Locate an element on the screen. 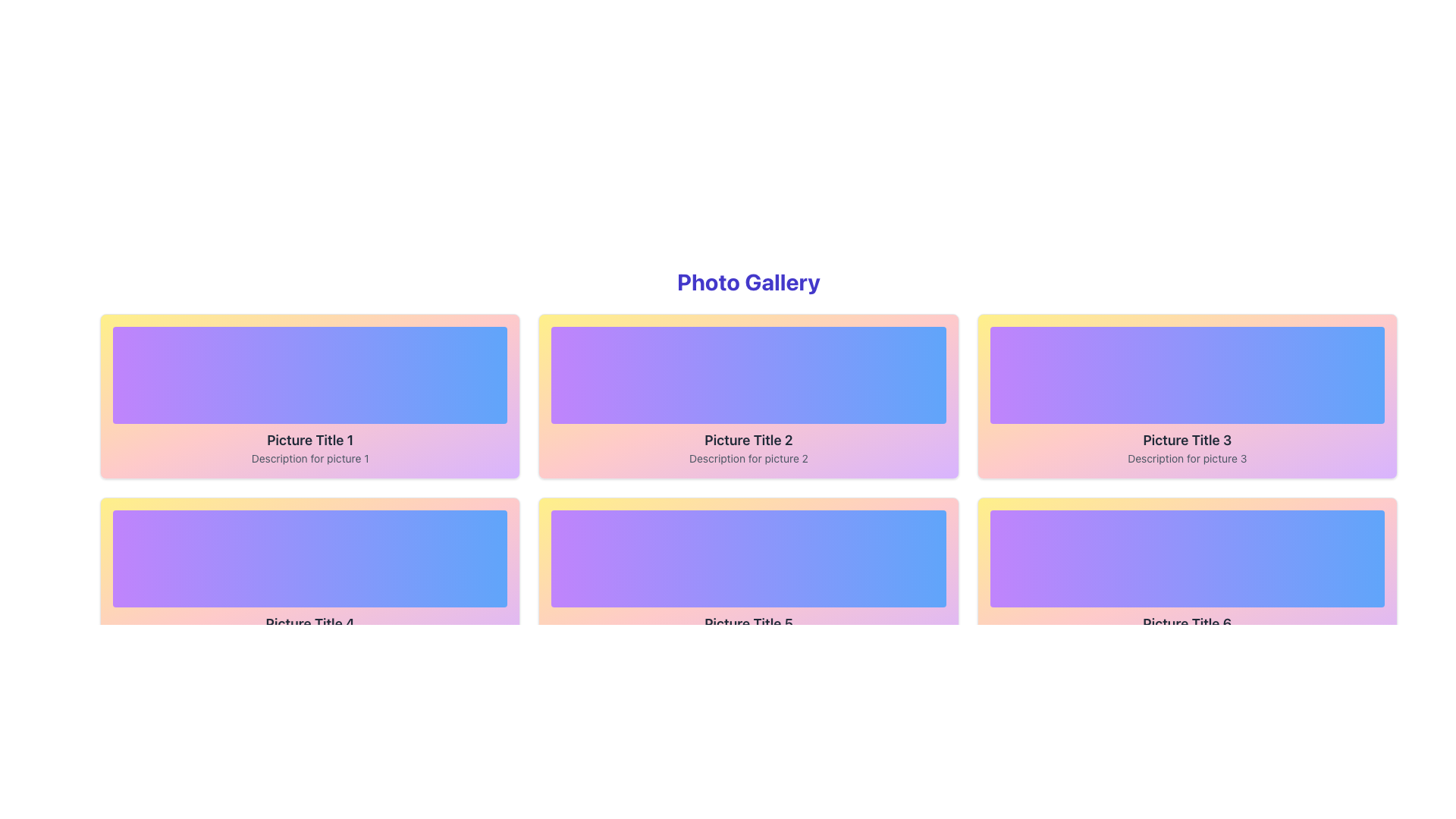  text displayed in the text label titled 'Picture Title 1', which is bold, large, and dark gray, positioned above the description text in a three-row layout is located at coordinates (309, 441).